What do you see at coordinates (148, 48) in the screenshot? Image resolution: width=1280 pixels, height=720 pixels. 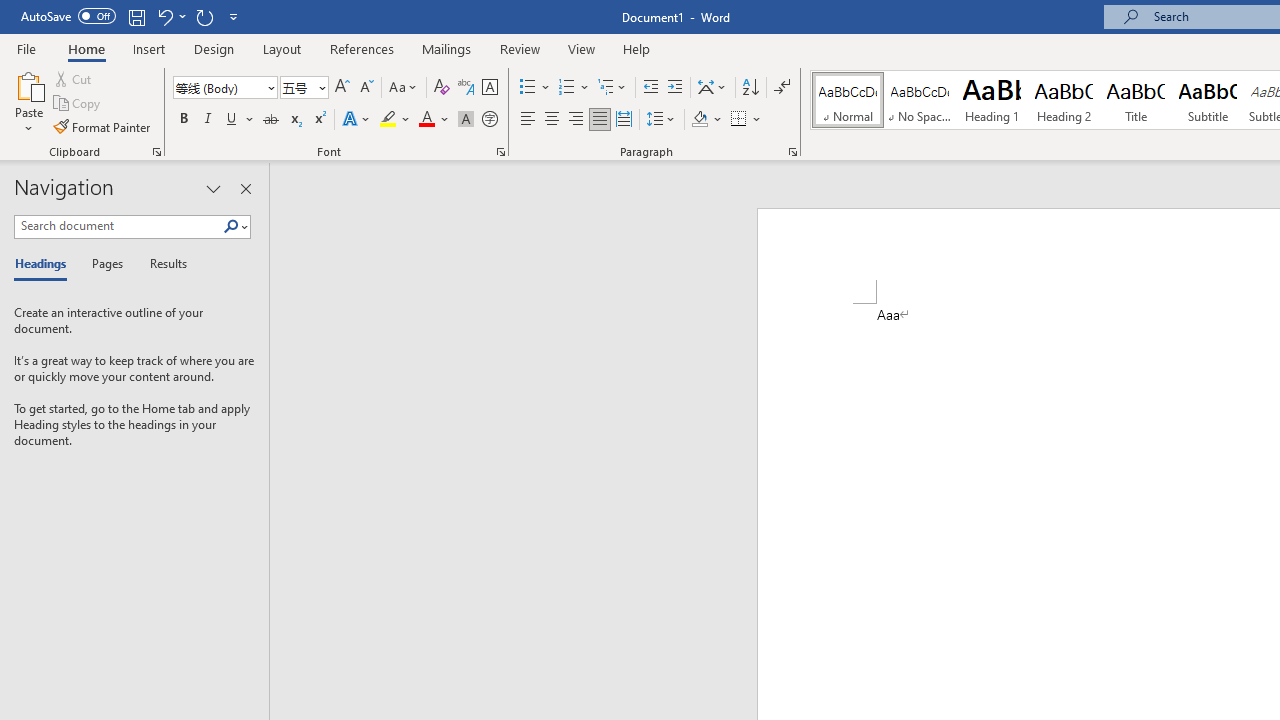 I see `'Insert'` at bounding box center [148, 48].